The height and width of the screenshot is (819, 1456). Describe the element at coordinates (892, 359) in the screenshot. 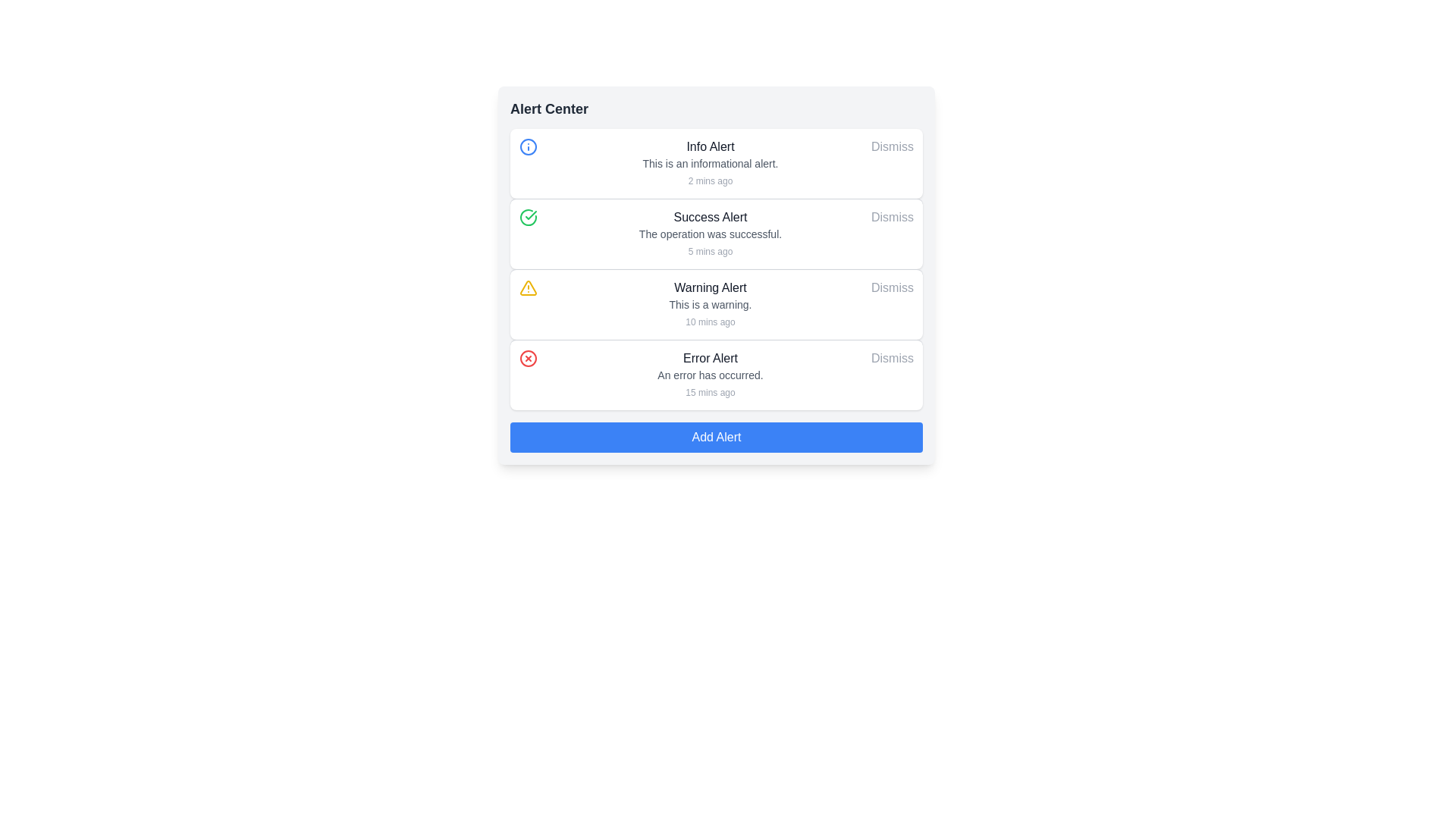

I see `the dismiss button for the 'Error Alert' notification to change its color` at that location.